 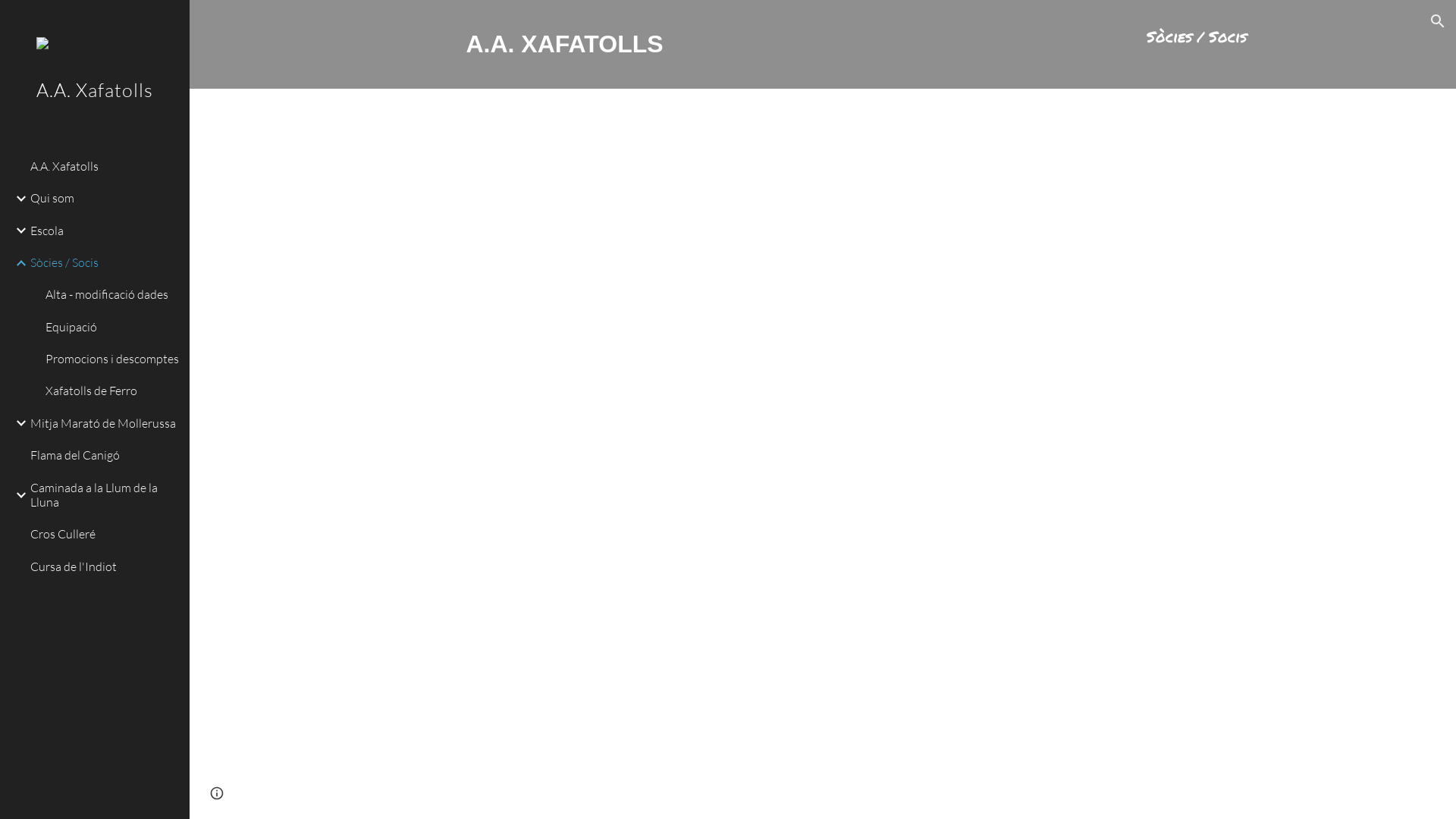 What do you see at coordinates (103, 566) in the screenshot?
I see `'Cursa de l'Indiot'` at bounding box center [103, 566].